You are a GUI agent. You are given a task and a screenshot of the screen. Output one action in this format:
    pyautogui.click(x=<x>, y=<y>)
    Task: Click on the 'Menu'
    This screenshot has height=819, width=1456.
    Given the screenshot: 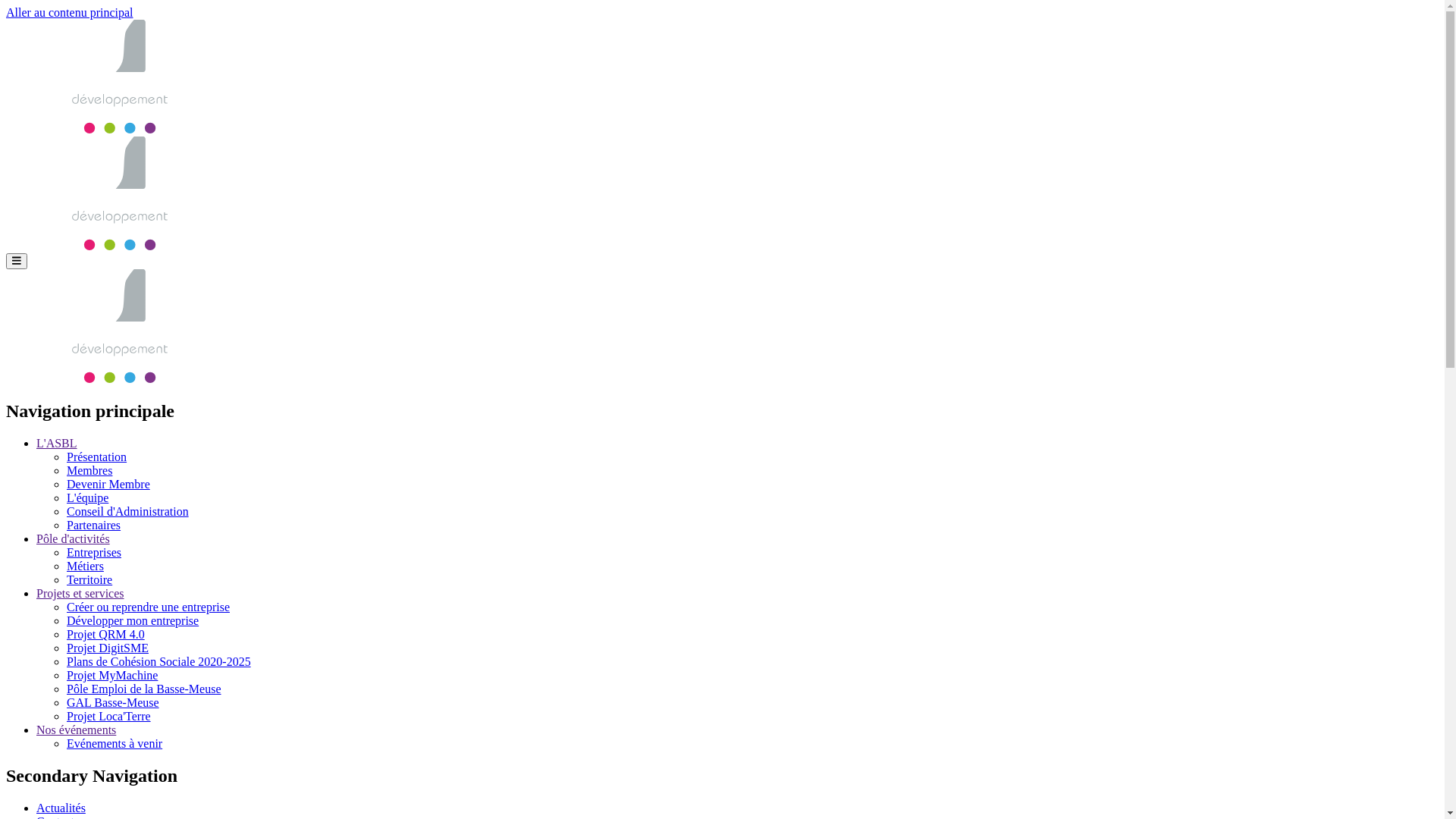 What is the action you would take?
    pyautogui.click(x=17, y=260)
    